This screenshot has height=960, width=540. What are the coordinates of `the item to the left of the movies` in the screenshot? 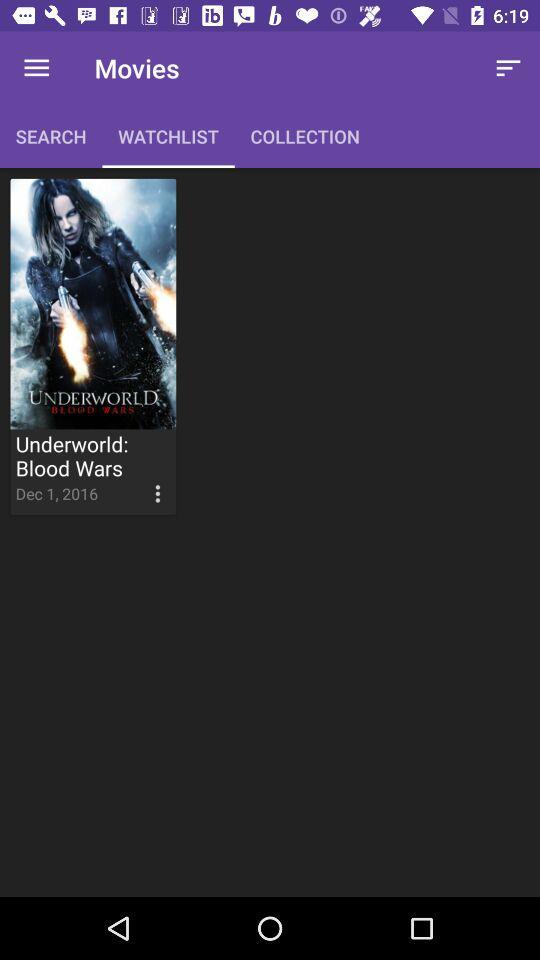 It's located at (36, 68).